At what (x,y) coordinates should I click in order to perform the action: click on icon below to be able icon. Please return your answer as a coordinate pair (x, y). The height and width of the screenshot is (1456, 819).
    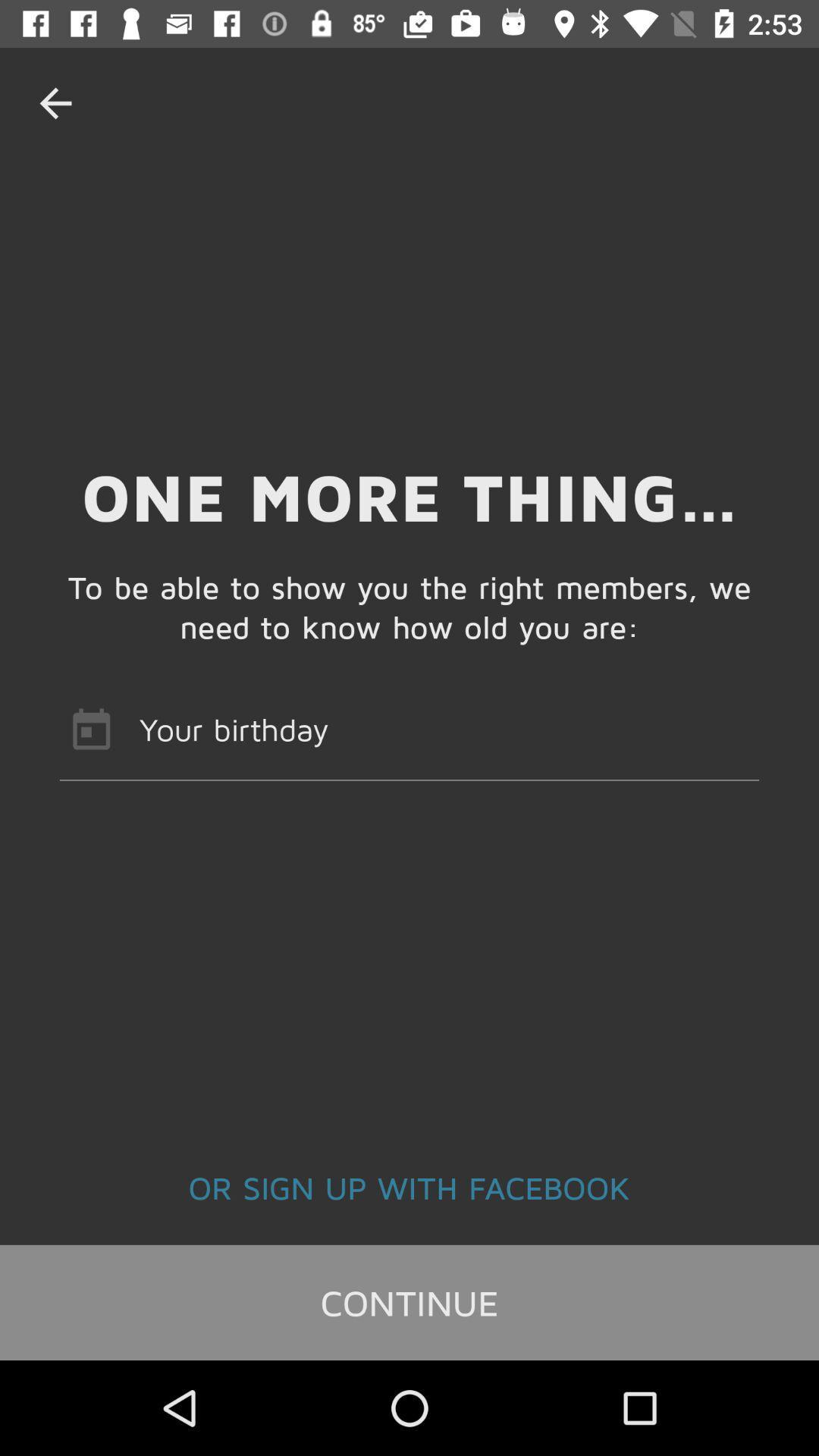
    Looking at the image, I should click on (409, 729).